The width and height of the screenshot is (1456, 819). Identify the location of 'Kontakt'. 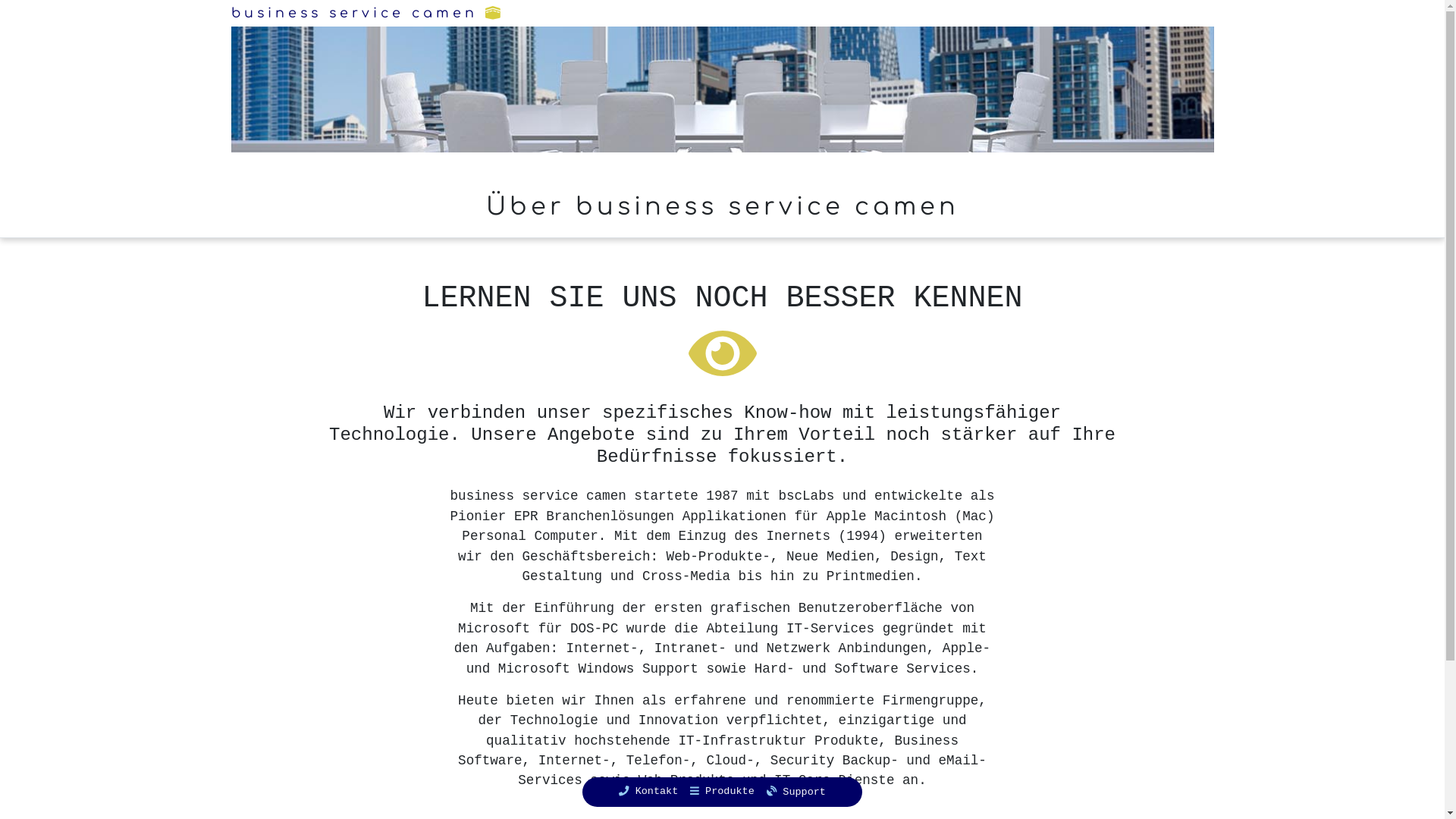
(648, 791).